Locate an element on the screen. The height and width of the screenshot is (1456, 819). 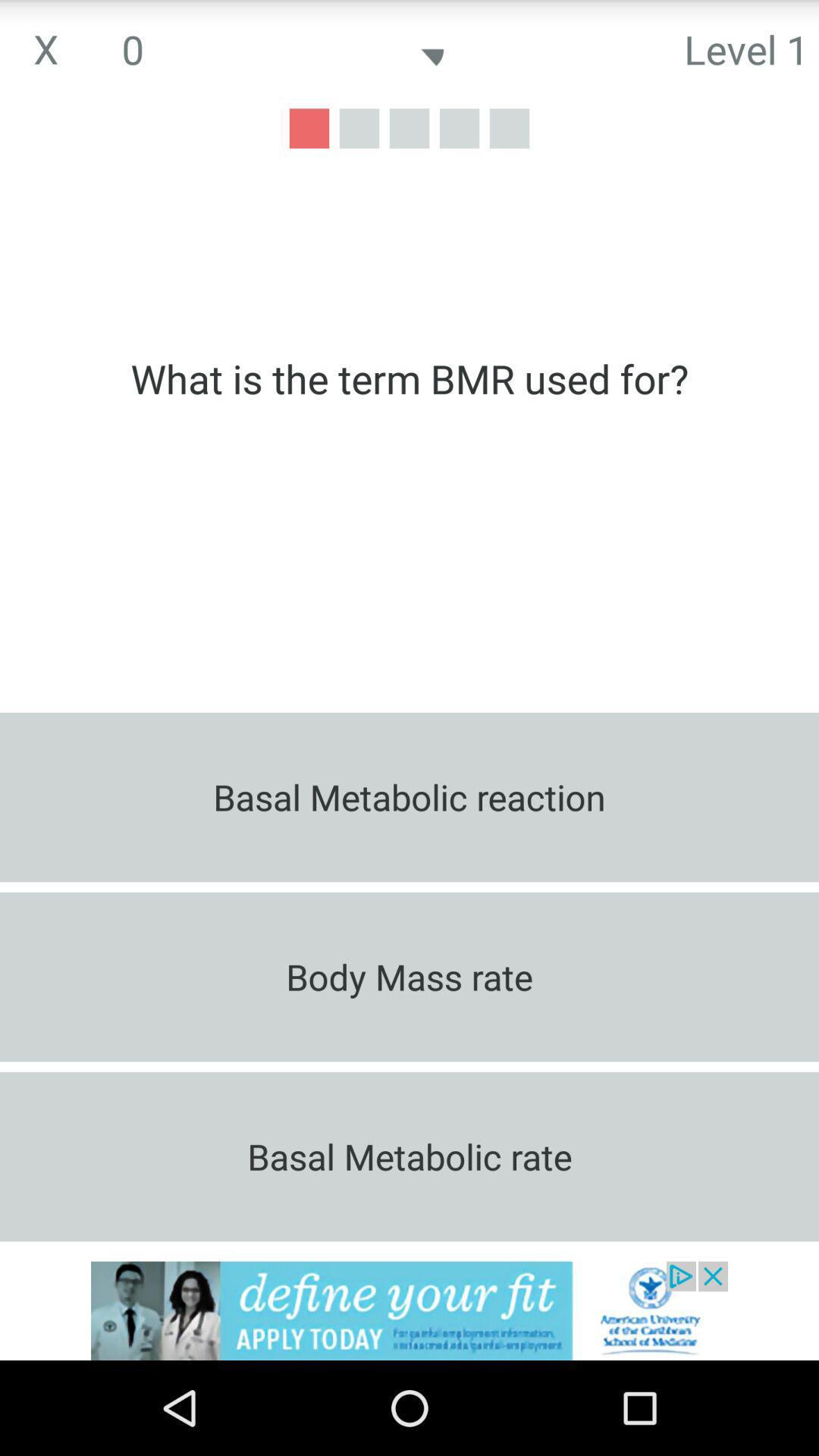
advertisements place is located at coordinates (409, 1310).